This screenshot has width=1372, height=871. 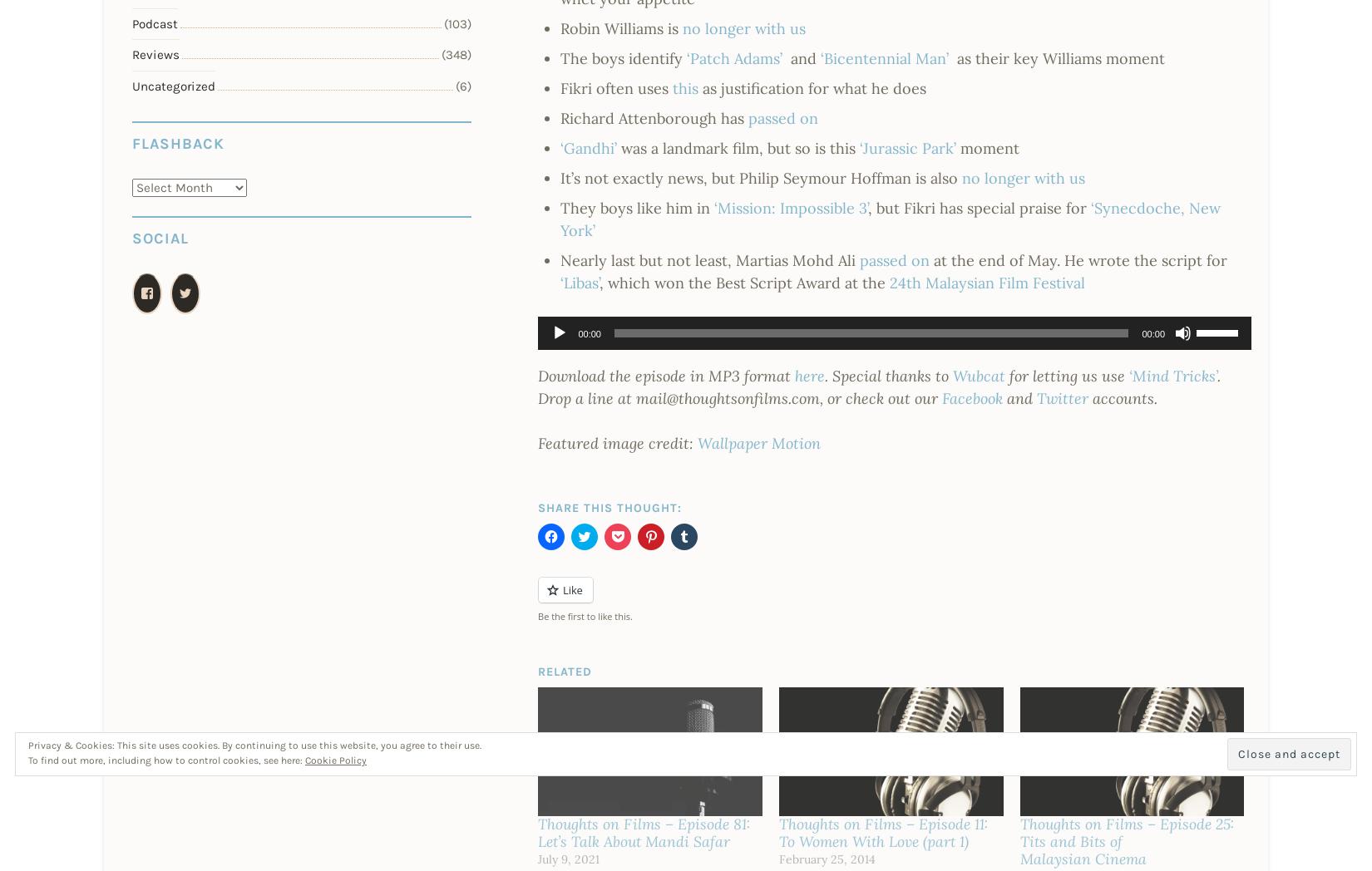 I want to click on '‘Libas’', so click(x=579, y=282).